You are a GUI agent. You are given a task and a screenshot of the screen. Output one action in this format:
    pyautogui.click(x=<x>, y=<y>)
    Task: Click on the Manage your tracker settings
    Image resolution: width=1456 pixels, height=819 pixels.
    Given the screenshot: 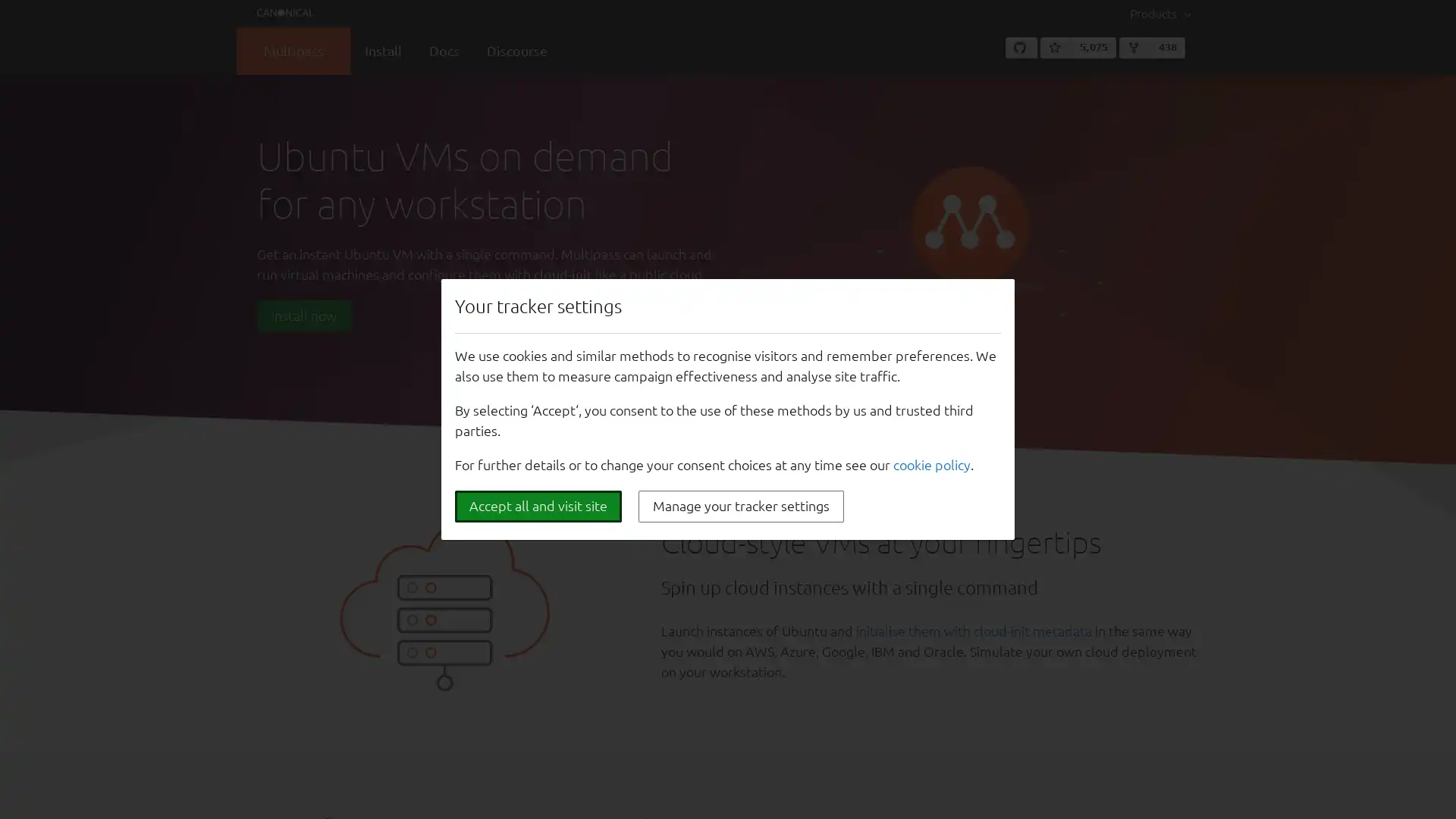 What is the action you would take?
    pyautogui.click(x=741, y=506)
    